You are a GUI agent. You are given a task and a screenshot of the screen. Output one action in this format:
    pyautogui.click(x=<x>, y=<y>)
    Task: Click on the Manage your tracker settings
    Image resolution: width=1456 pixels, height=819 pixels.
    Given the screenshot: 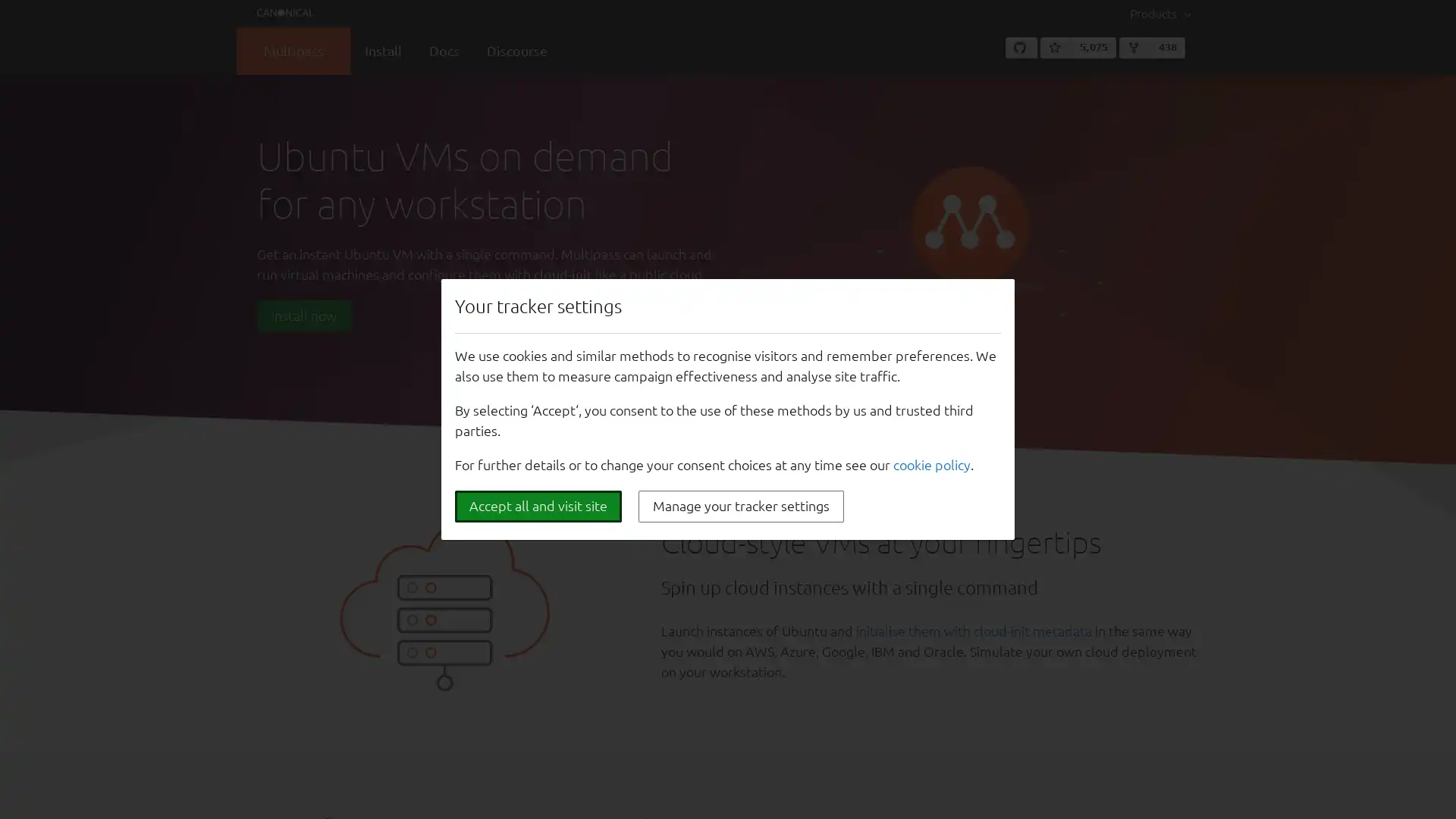 What is the action you would take?
    pyautogui.click(x=741, y=506)
    